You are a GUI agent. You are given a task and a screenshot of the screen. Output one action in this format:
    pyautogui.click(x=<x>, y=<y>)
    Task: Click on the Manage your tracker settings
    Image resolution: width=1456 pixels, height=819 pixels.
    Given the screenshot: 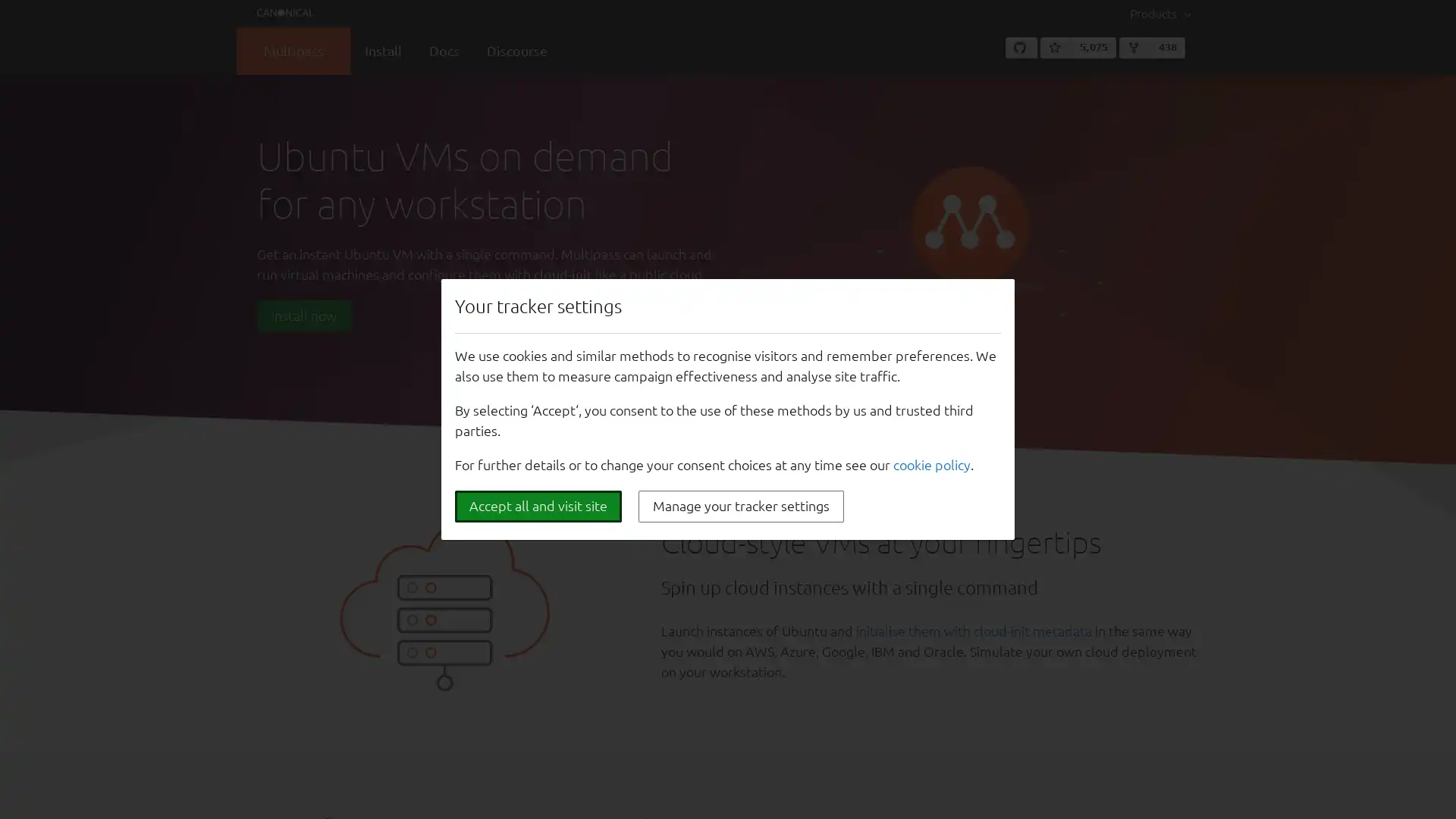 What is the action you would take?
    pyautogui.click(x=741, y=506)
    